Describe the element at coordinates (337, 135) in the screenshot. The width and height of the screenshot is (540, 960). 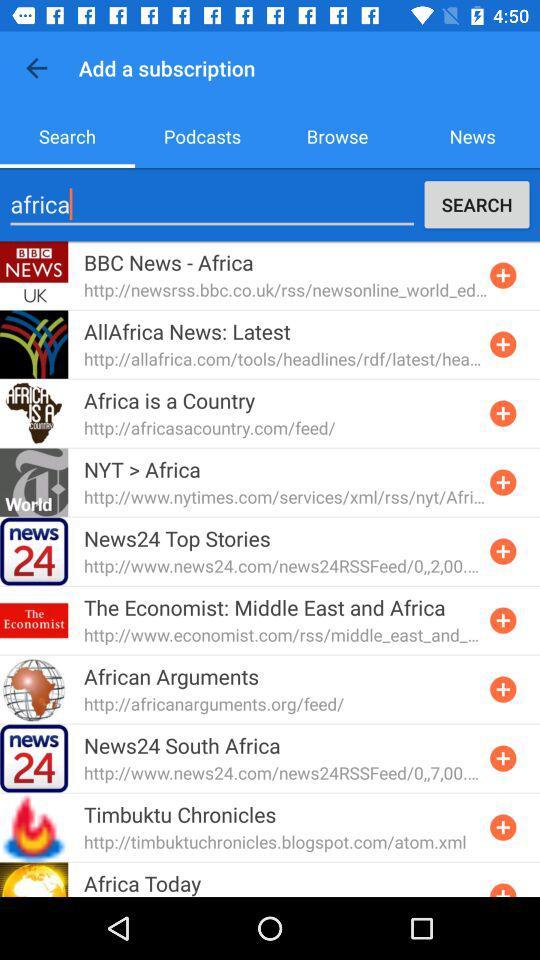
I see `icon next to the podcasts icon` at that location.